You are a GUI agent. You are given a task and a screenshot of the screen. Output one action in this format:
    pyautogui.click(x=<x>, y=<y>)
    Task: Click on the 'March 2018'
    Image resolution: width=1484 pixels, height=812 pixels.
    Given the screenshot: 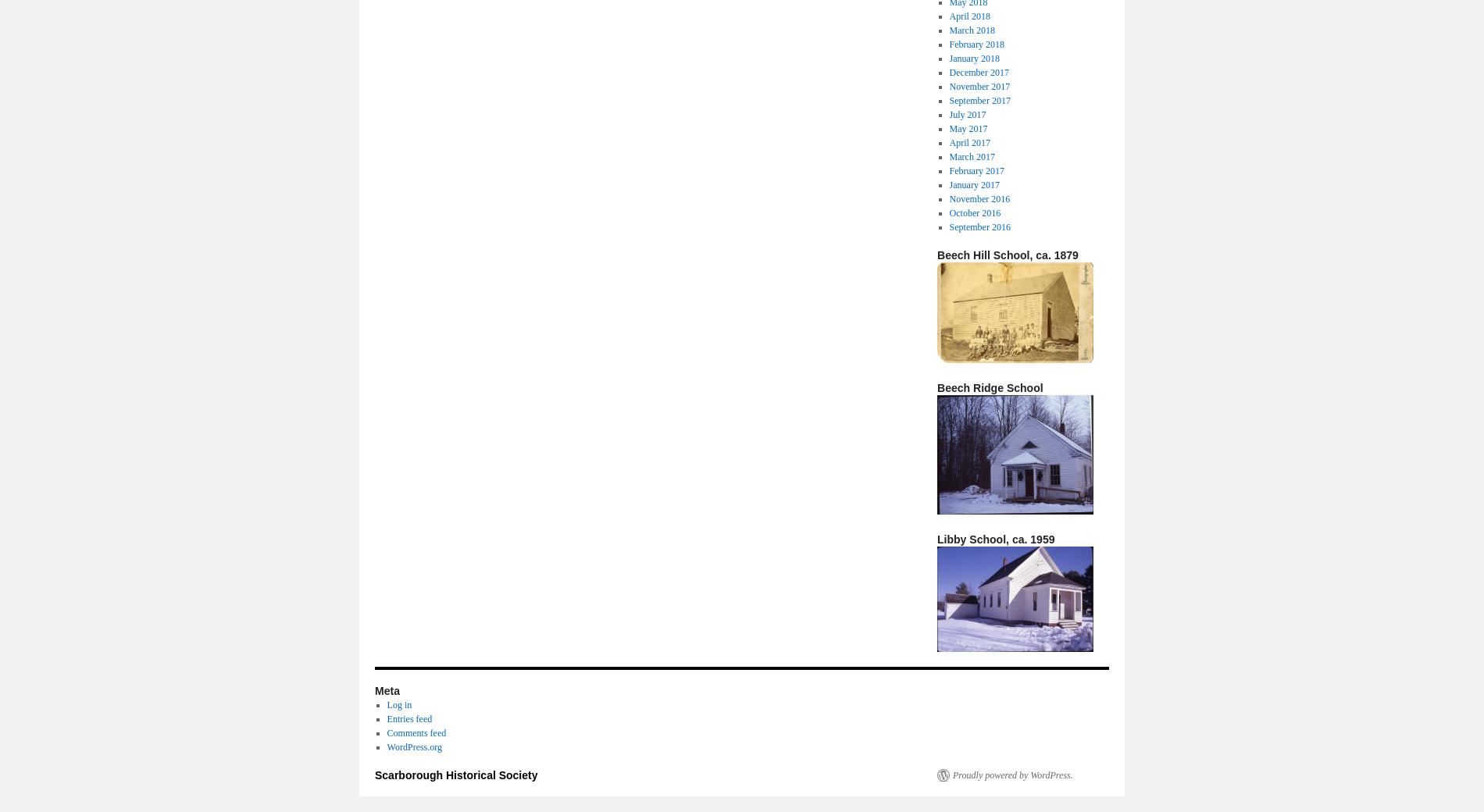 What is the action you would take?
    pyautogui.click(x=970, y=30)
    